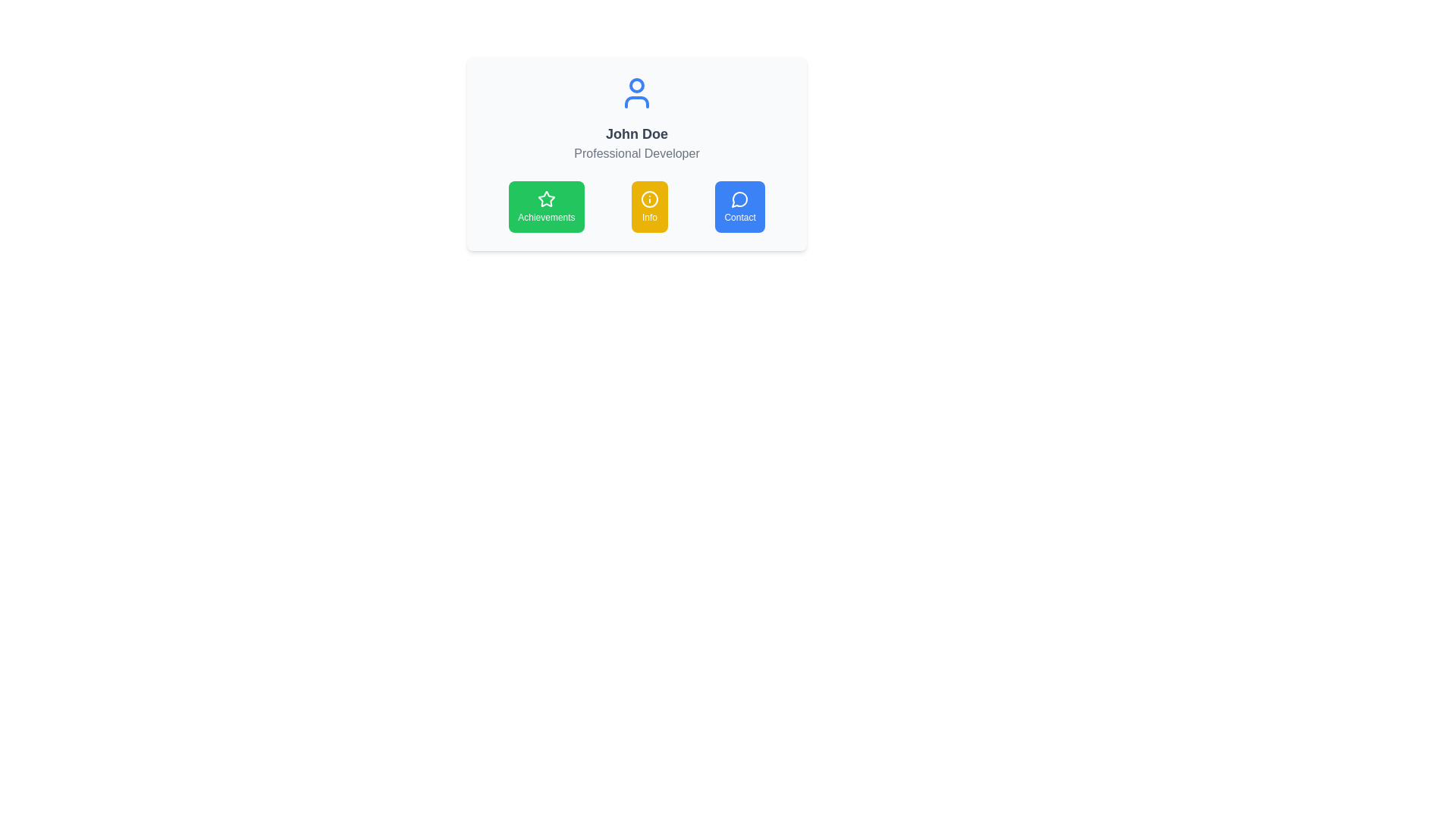 This screenshot has width=1456, height=819. Describe the element at coordinates (637, 85) in the screenshot. I see `the SVG circle element representing the user's profile, which is styled as a user icon and located above the text 'John Doe' and 'Professional Developer'` at that location.